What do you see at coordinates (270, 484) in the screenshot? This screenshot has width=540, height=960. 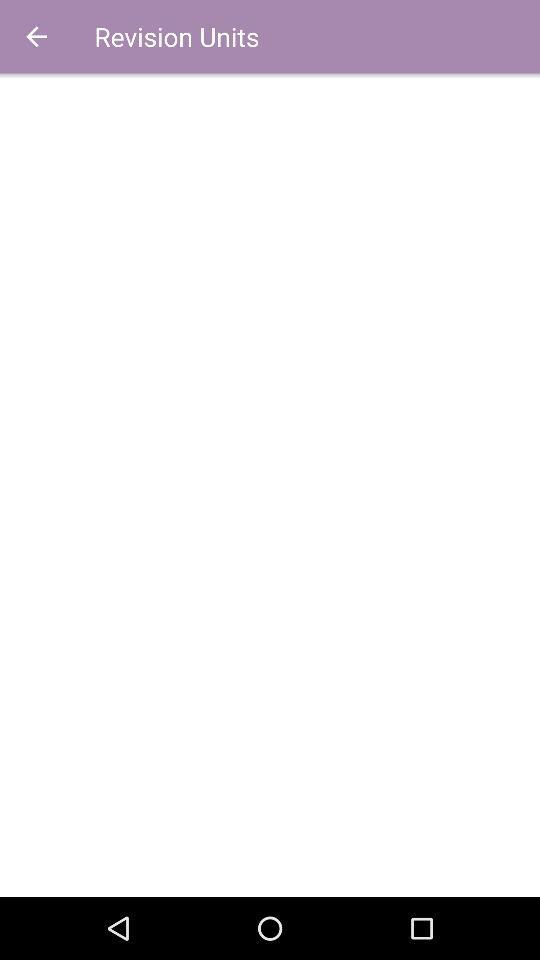 I see `icon below the revision units icon` at bounding box center [270, 484].